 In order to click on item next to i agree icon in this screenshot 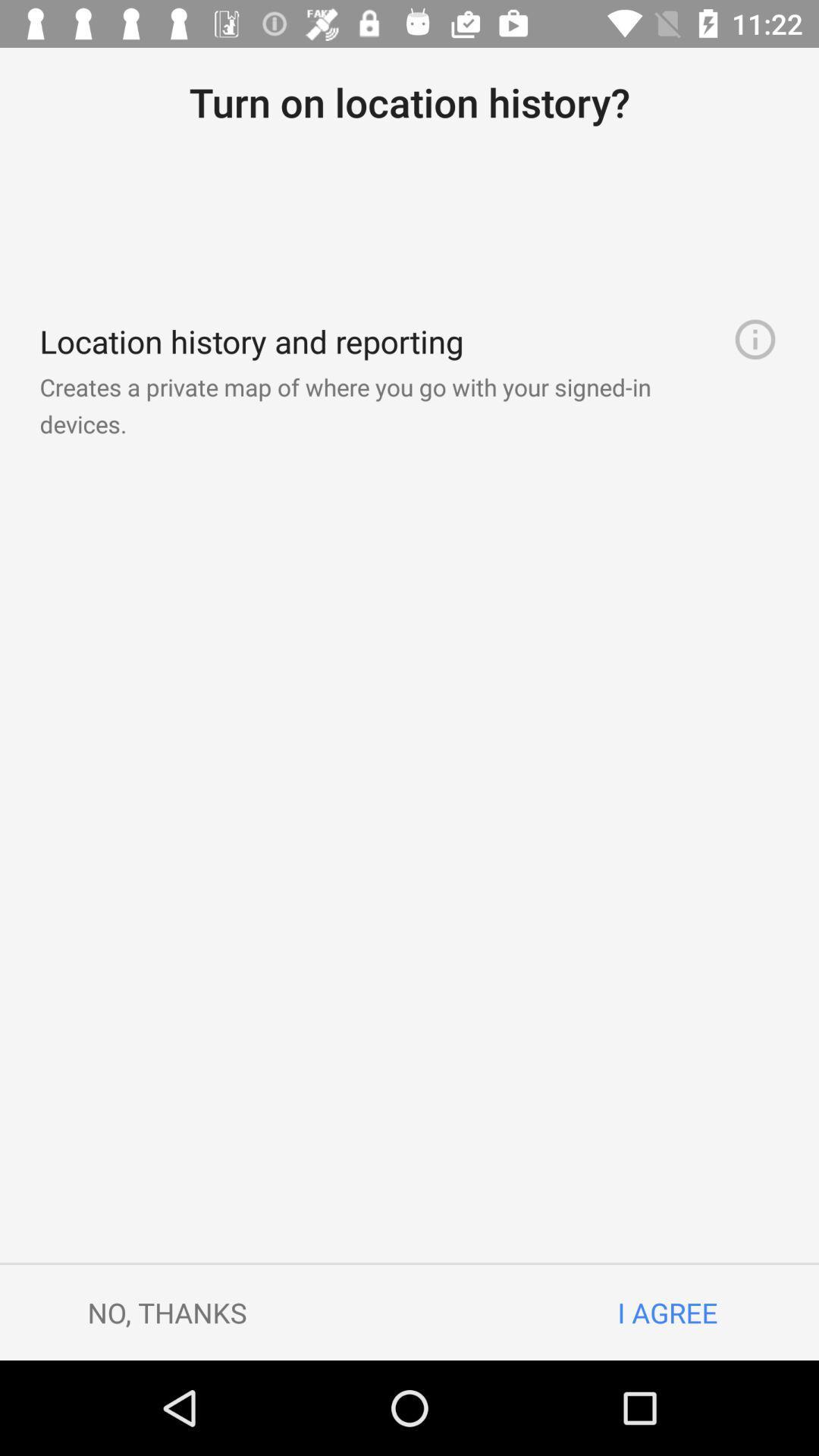, I will do `click(167, 1312)`.